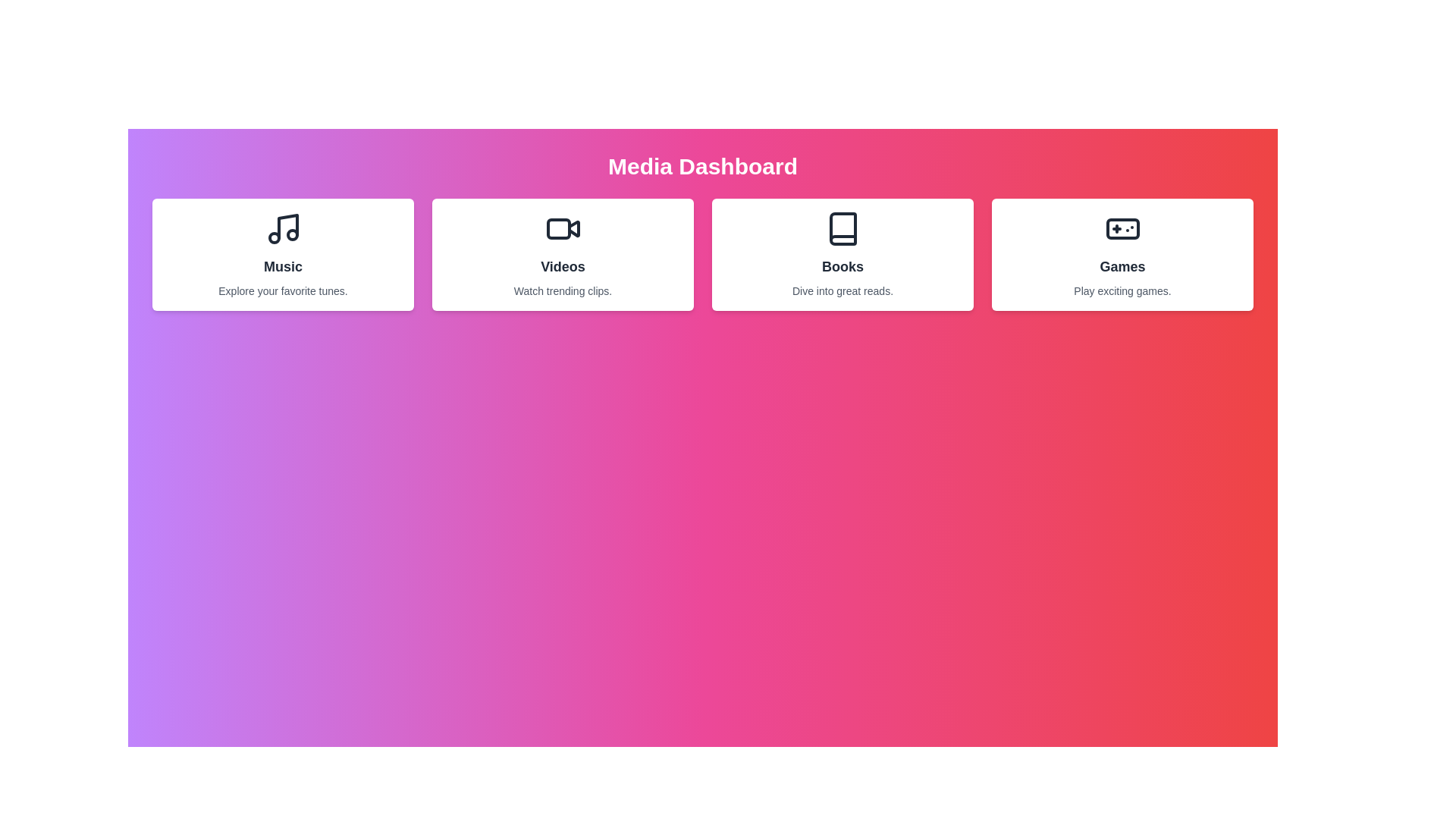 Image resolution: width=1456 pixels, height=819 pixels. I want to click on the text label displaying 'Games' in bold and larger font size, which is positioned beneath the game icon and above the descriptive text 'Play exciting games', so click(1122, 265).